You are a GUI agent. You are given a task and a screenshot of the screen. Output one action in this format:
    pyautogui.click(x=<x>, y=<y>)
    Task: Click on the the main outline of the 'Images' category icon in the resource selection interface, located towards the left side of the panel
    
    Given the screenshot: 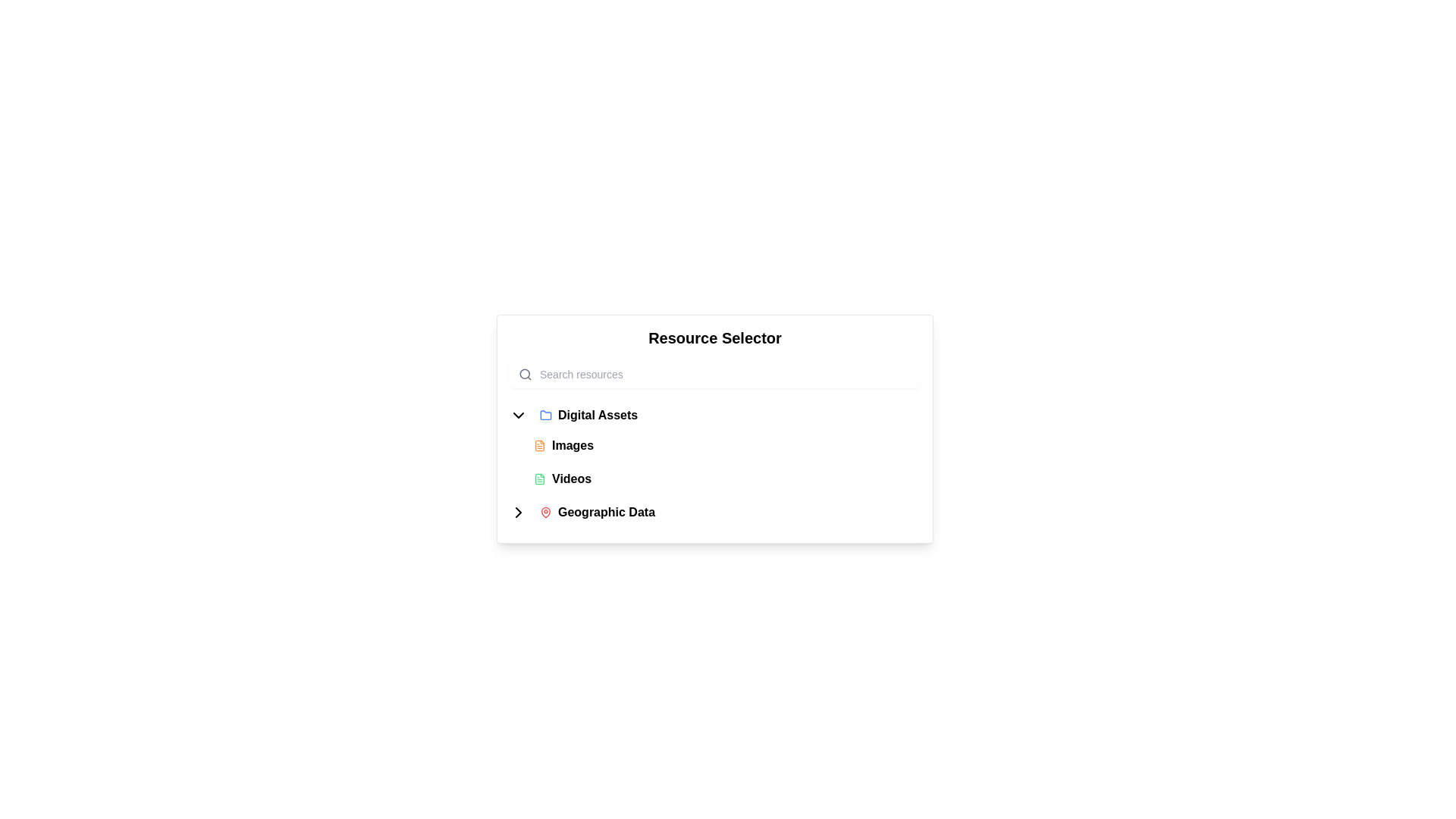 What is the action you would take?
    pyautogui.click(x=539, y=444)
    